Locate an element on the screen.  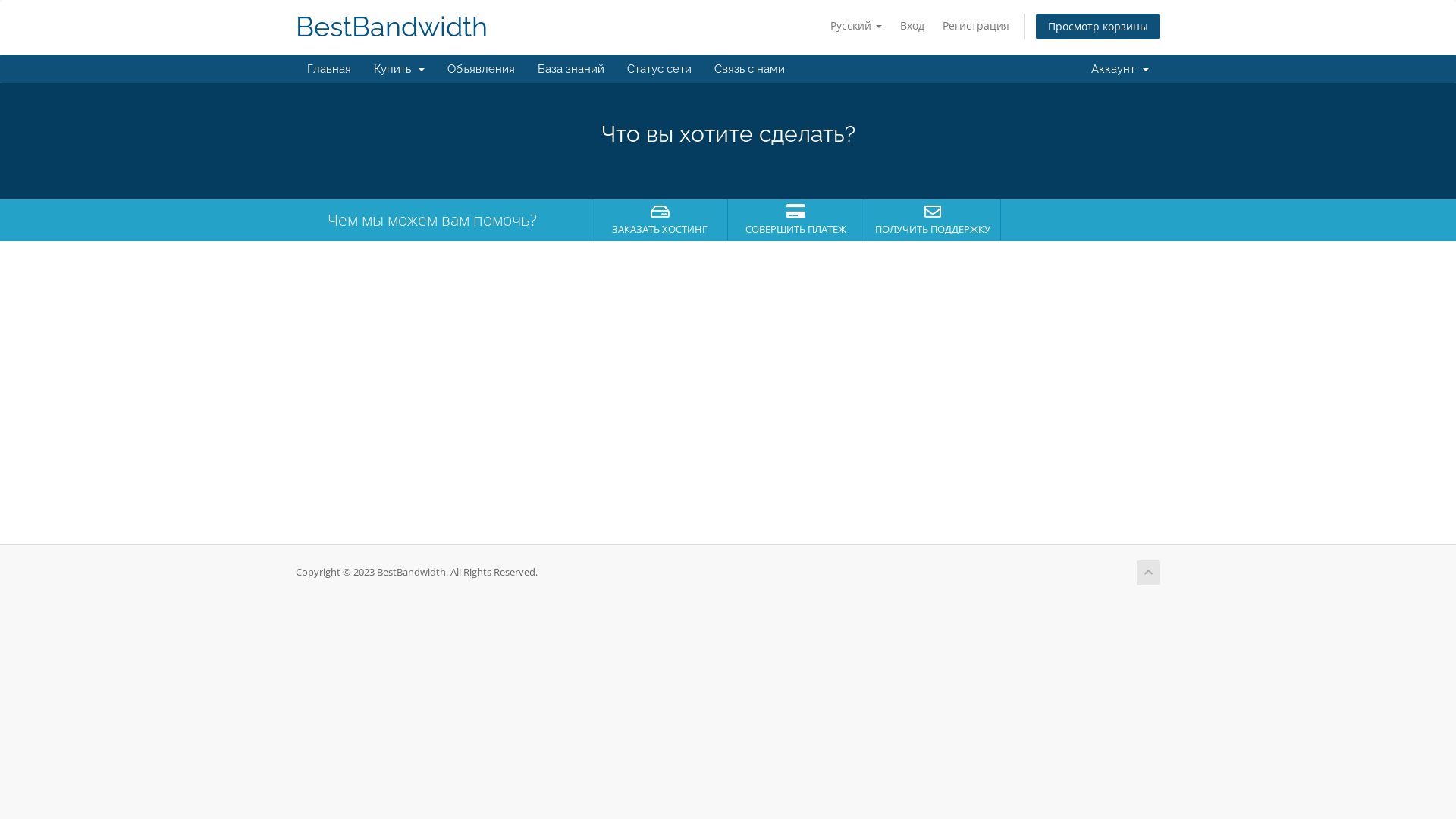
'BestBandwidth' is located at coordinates (391, 27).